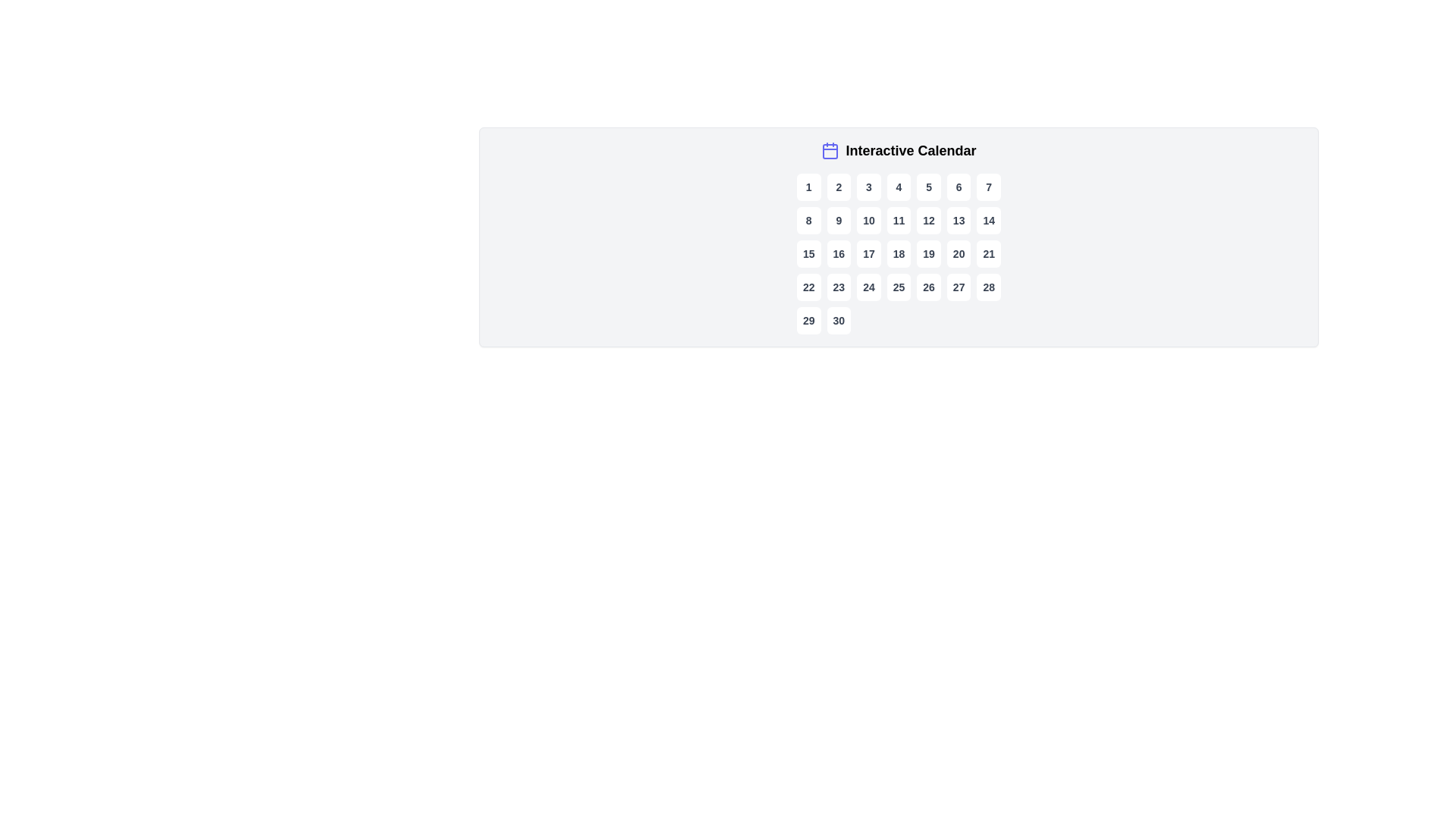 The width and height of the screenshot is (1456, 819). I want to click on the date button representing the twenty-third position, so click(838, 287).